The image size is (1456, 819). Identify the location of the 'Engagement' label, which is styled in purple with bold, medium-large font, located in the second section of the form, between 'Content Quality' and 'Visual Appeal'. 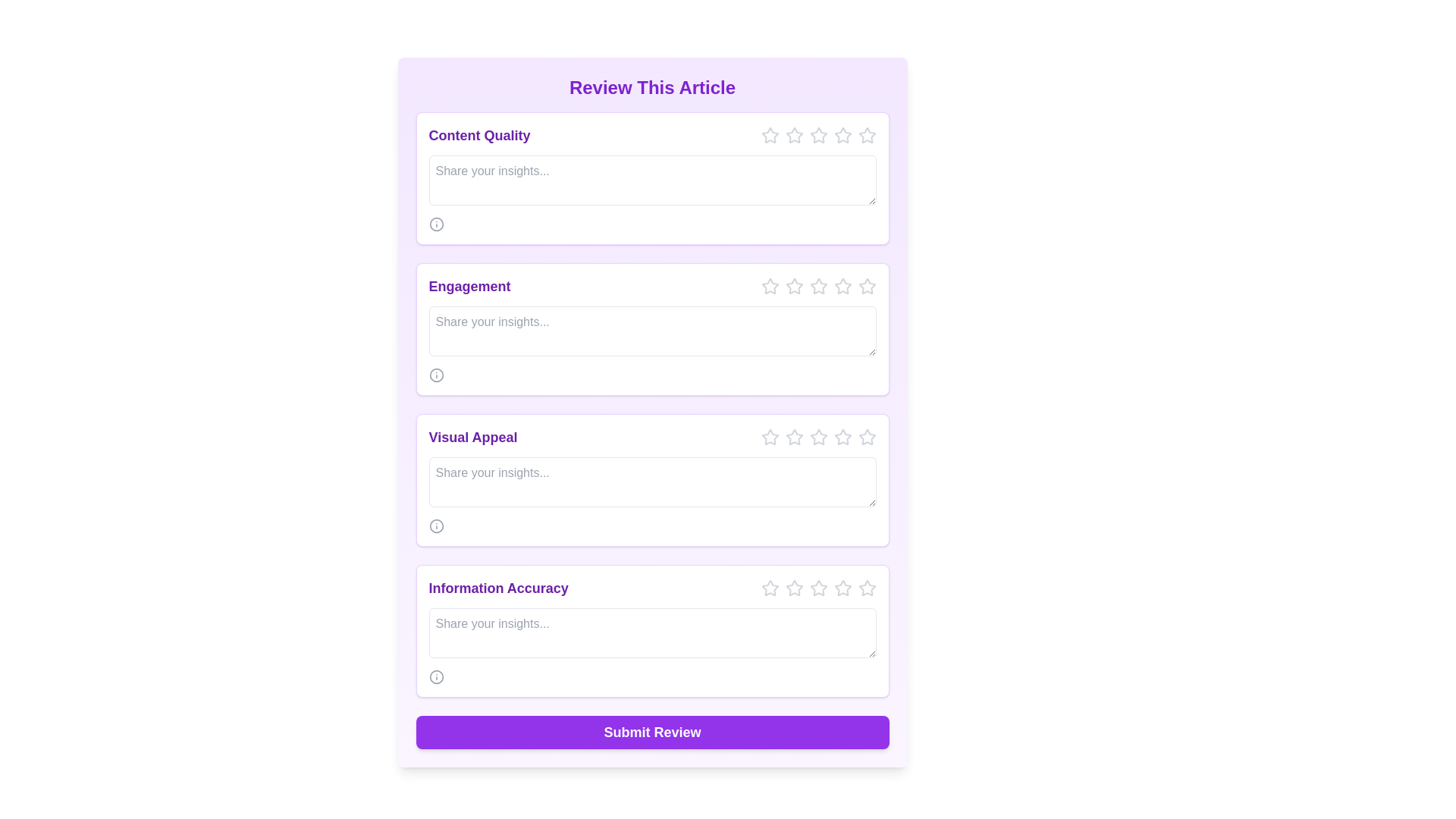
(469, 287).